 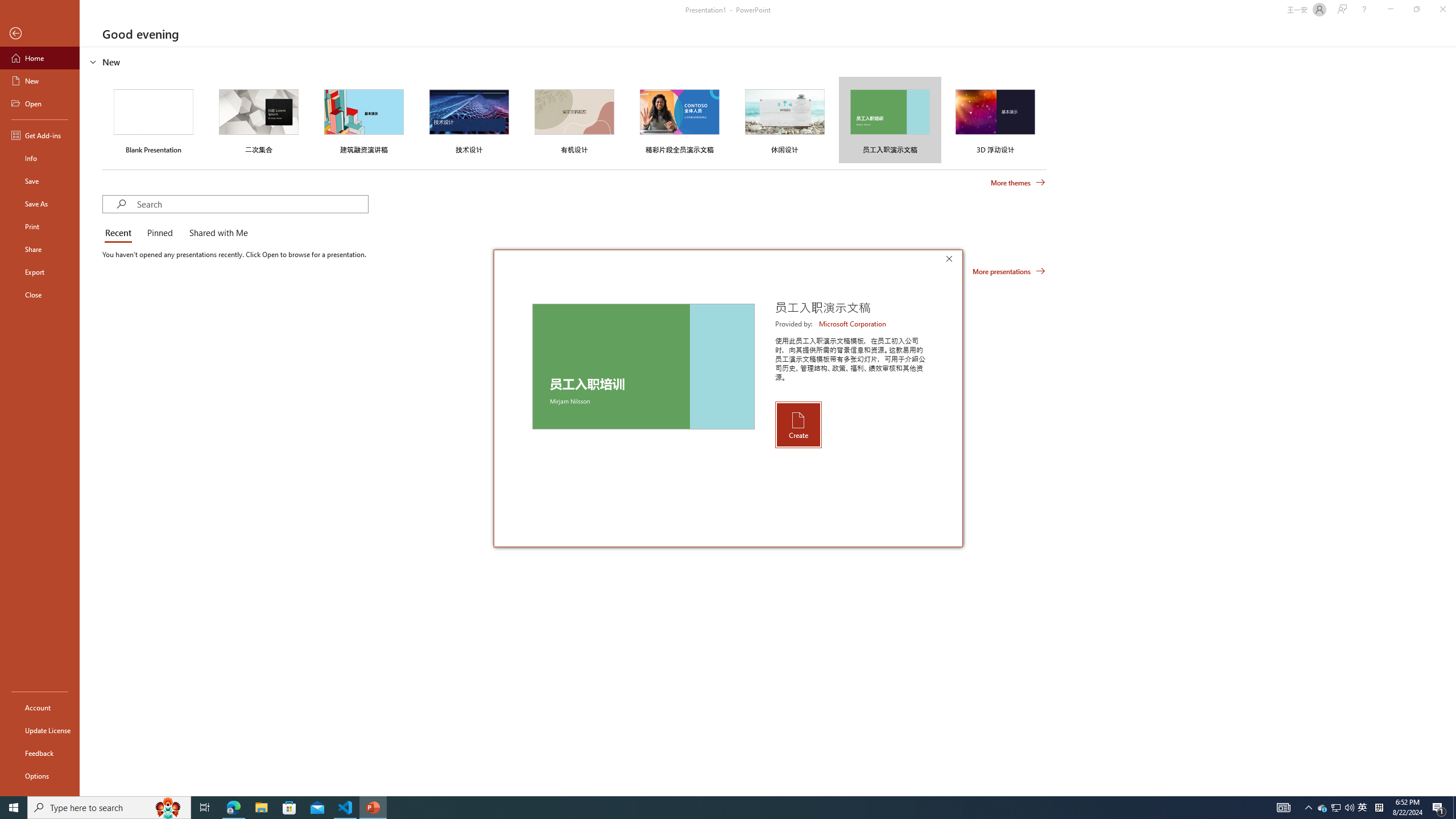 What do you see at coordinates (853, 323) in the screenshot?
I see `'Microsoft Corporation'` at bounding box center [853, 323].